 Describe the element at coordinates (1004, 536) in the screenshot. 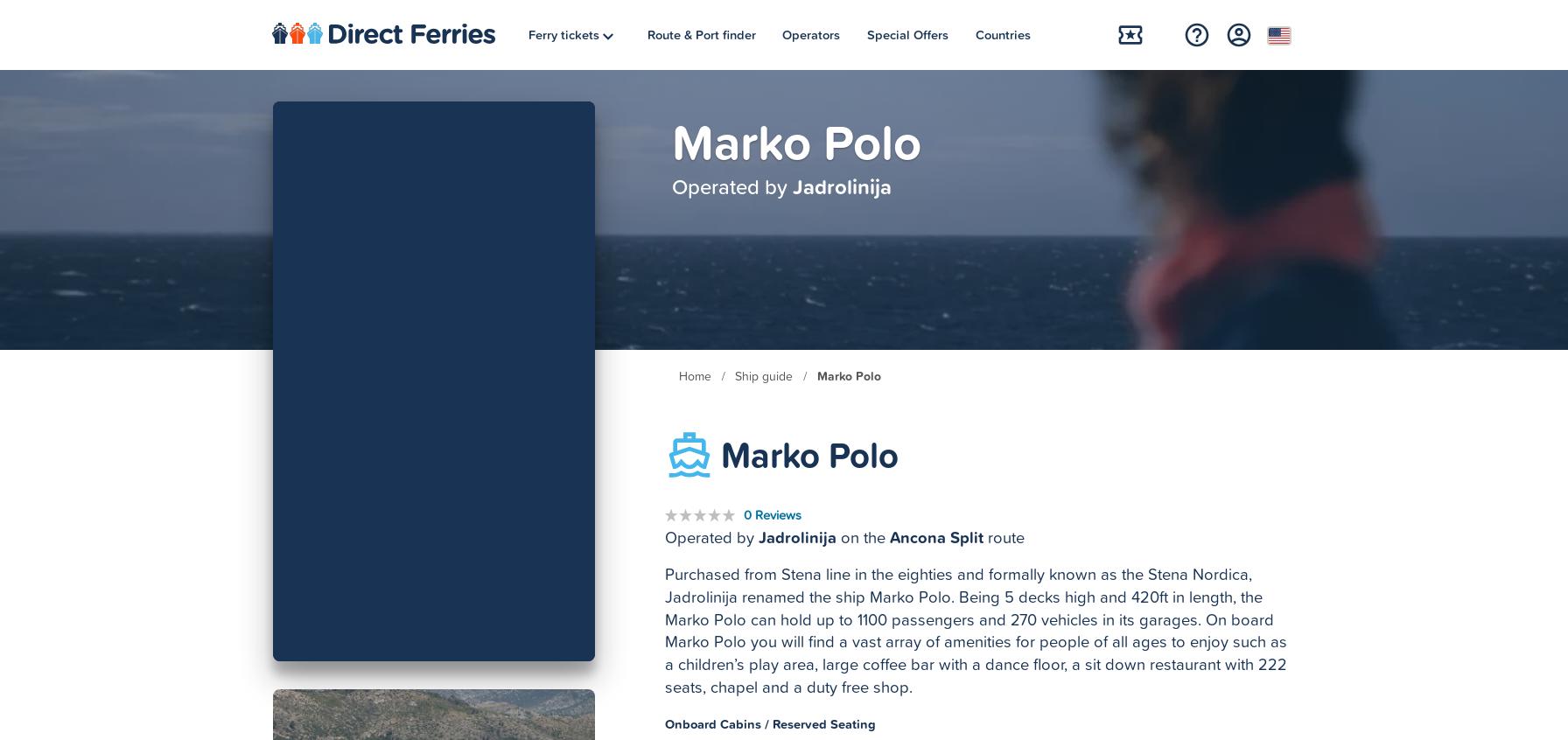

I see `'route'` at that location.